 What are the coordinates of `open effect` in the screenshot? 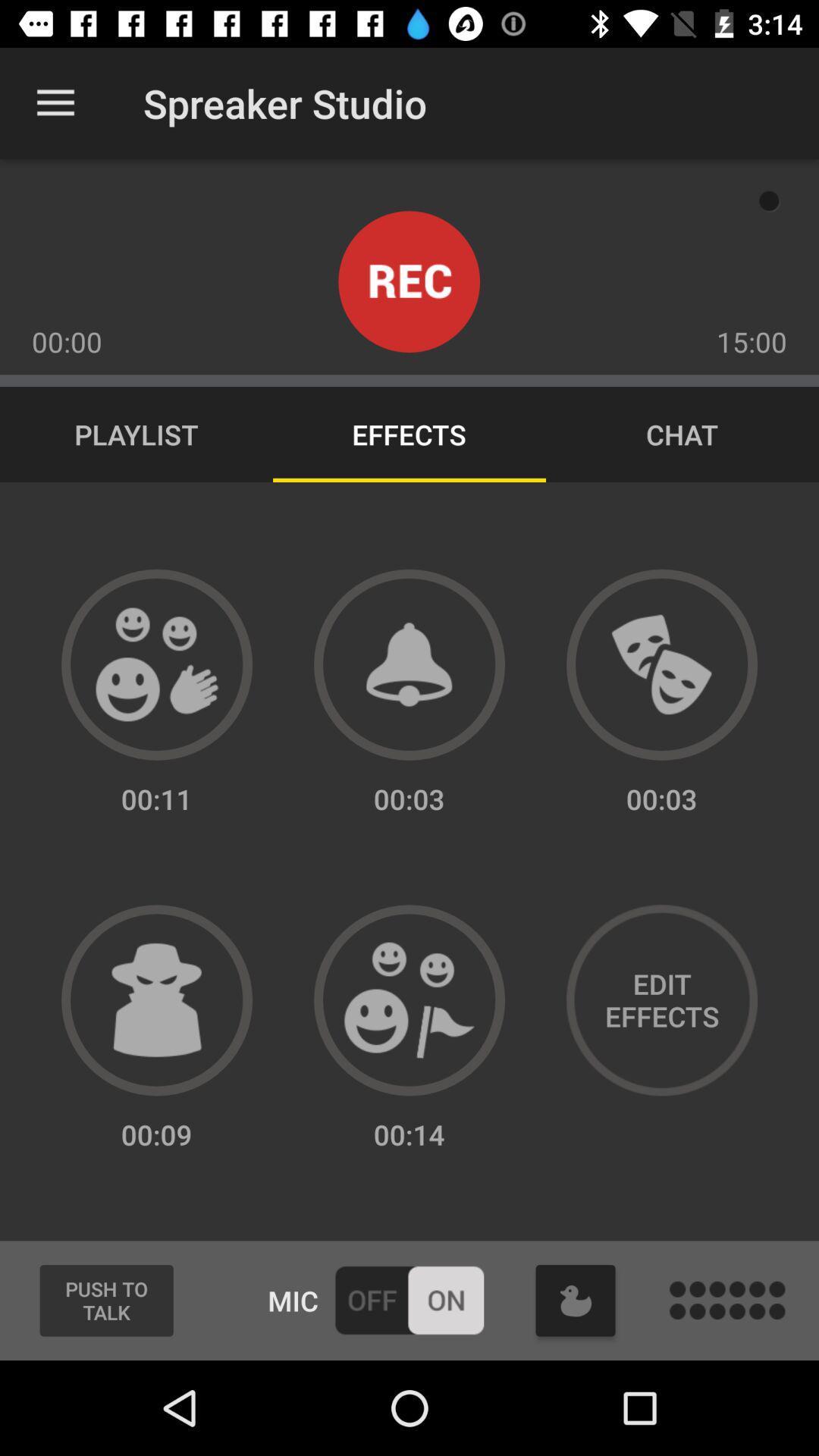 It's located at (409, 1000).